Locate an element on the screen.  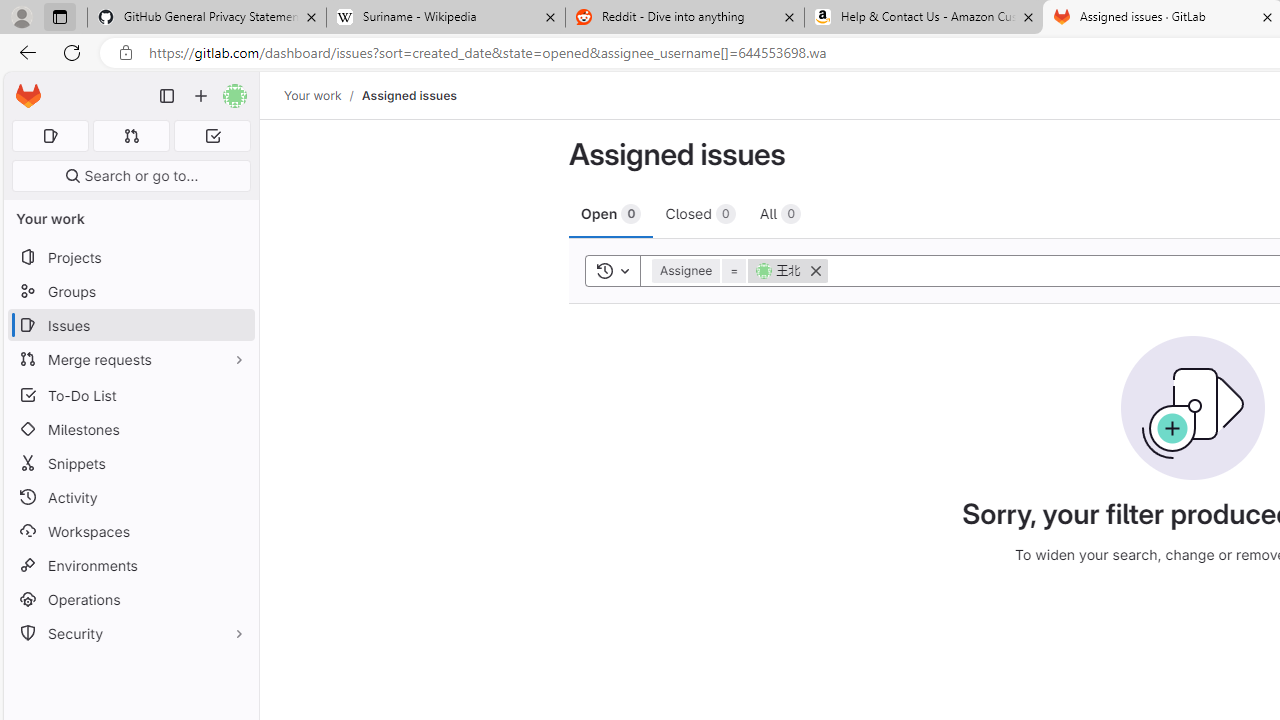
'Toggle history' is located at coordinates (612, 270).